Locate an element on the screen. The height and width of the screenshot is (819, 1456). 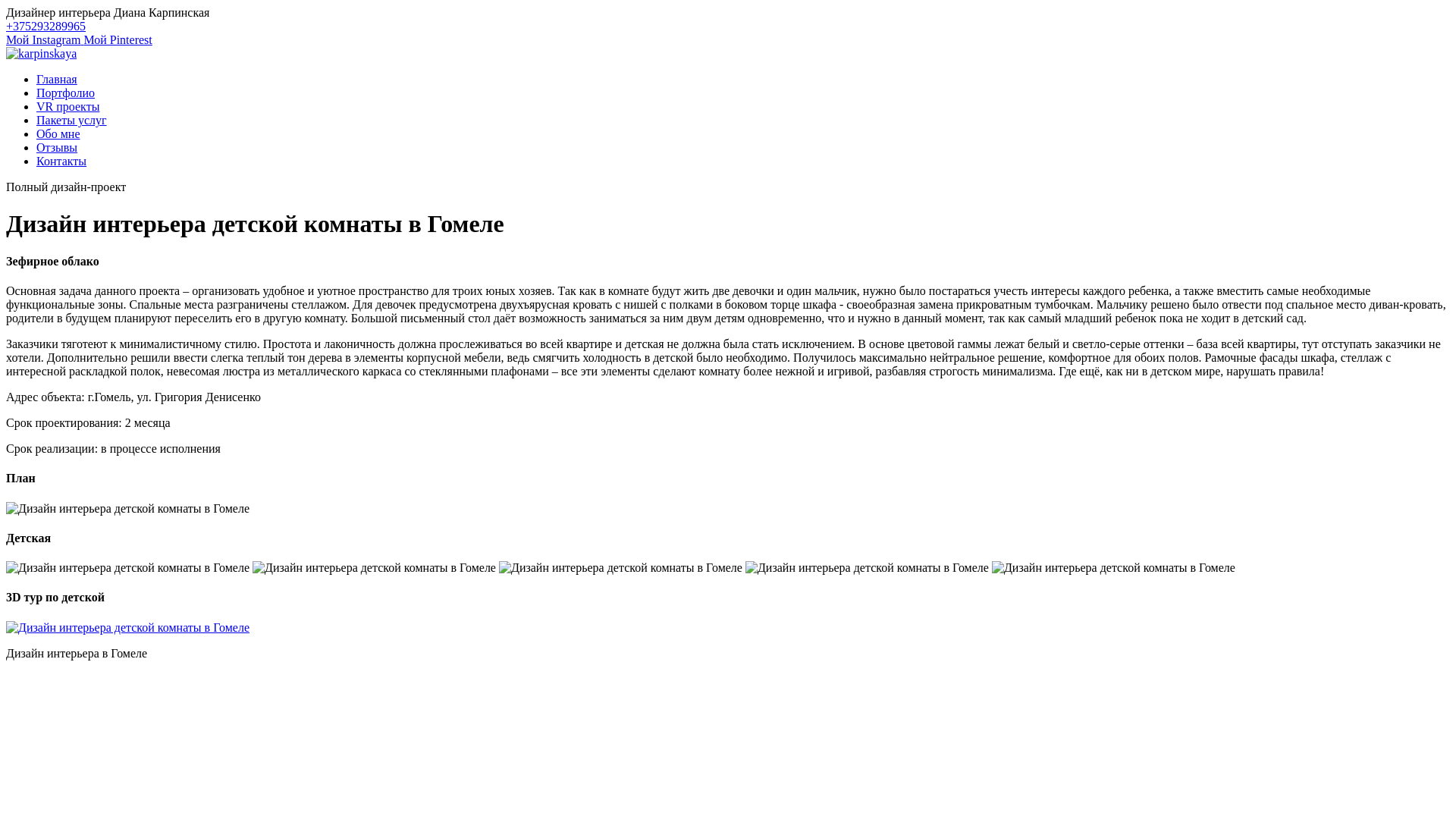
'+375293289965' is located at coordinates (45, 26).